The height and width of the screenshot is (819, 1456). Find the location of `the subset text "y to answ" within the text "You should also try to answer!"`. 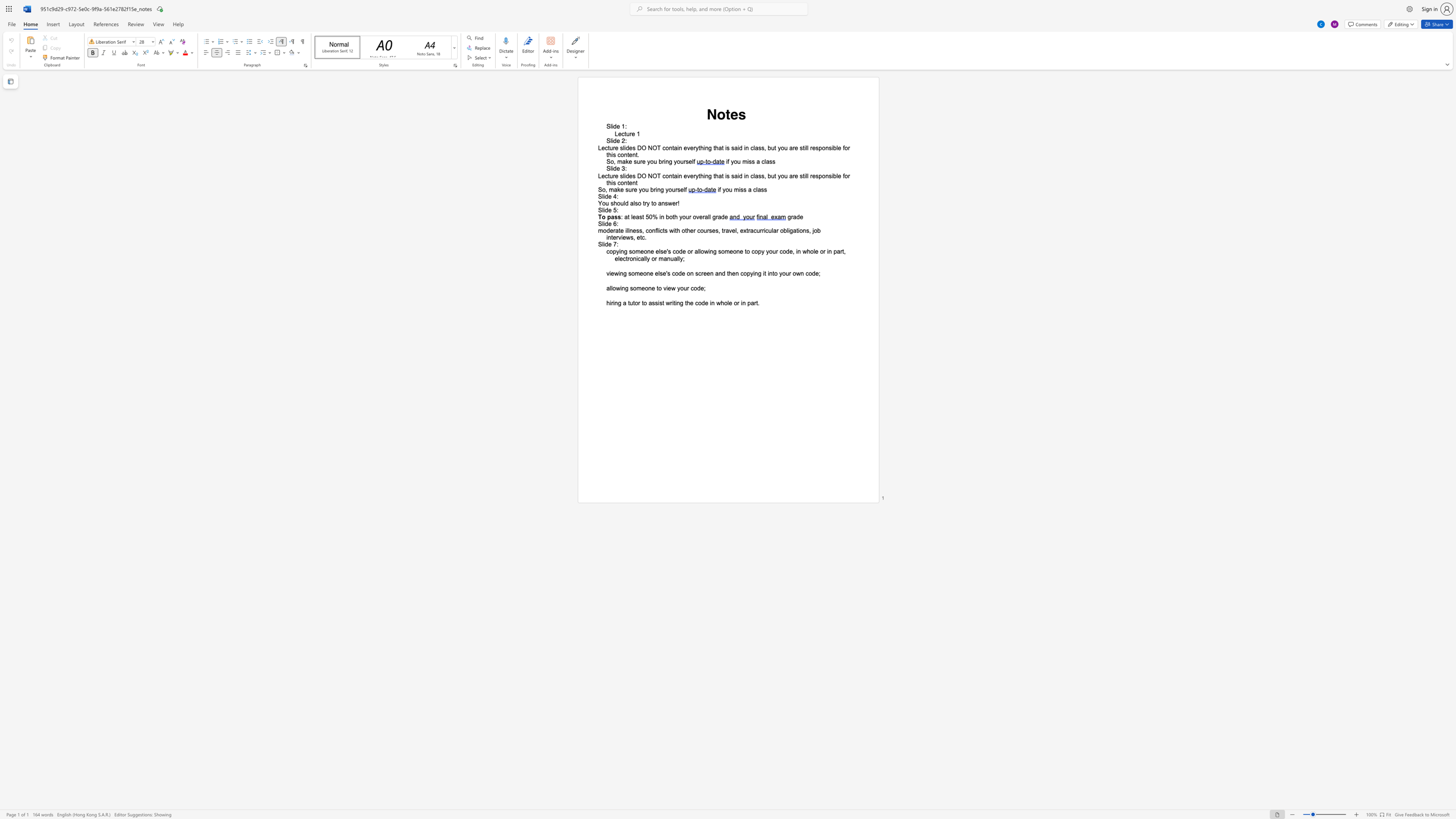

the subset text "y to answ" within the text "You should also try to answer!" is located at coordinates (645, 203).